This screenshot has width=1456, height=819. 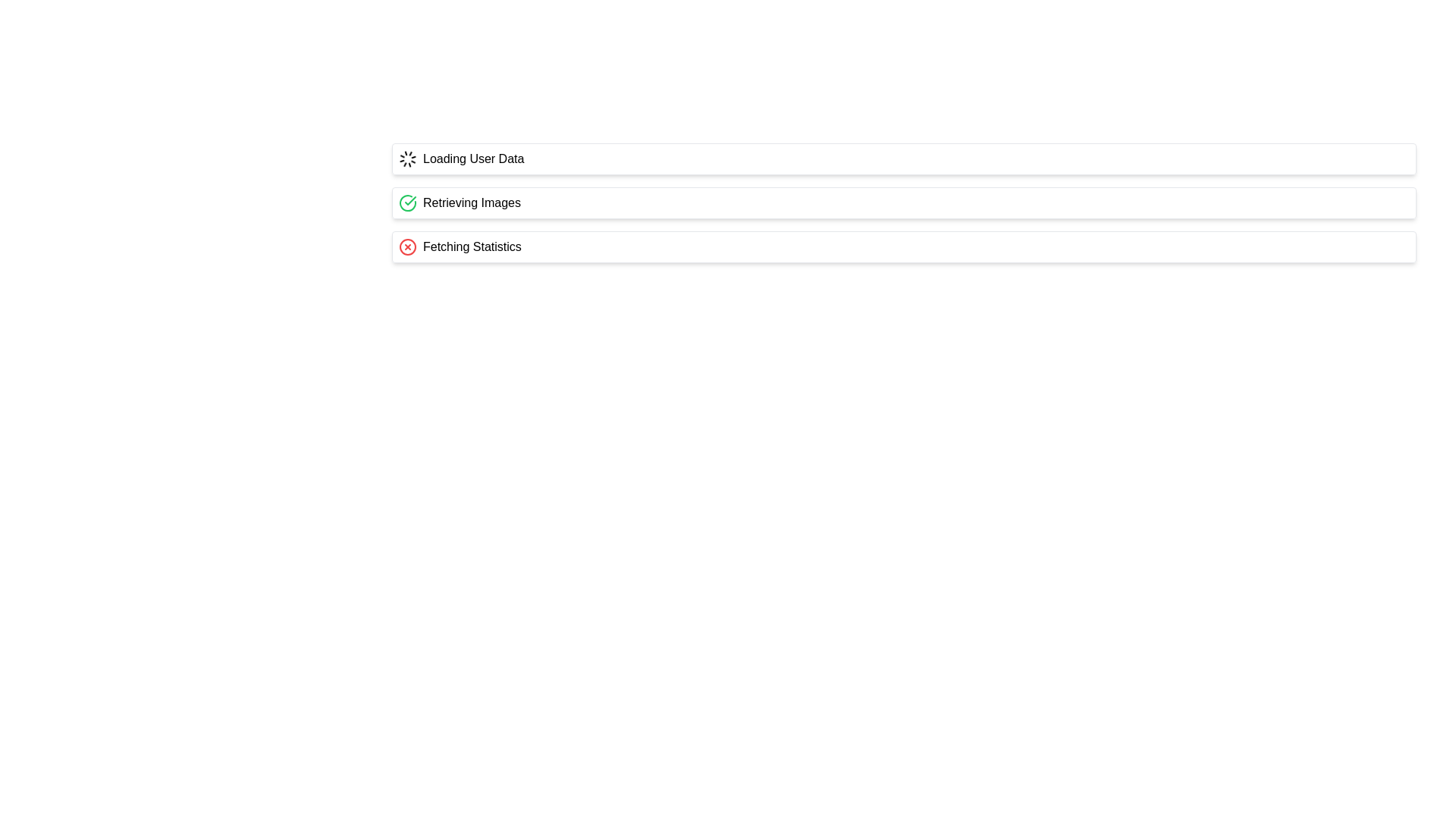 What do you see at coordinates (459, 202) in the screenshot?
I see `the label with the green circular icon and the text 'Retrieving Images', which is the second item in a vertical list of status elements` at bounding box center [459, 202].